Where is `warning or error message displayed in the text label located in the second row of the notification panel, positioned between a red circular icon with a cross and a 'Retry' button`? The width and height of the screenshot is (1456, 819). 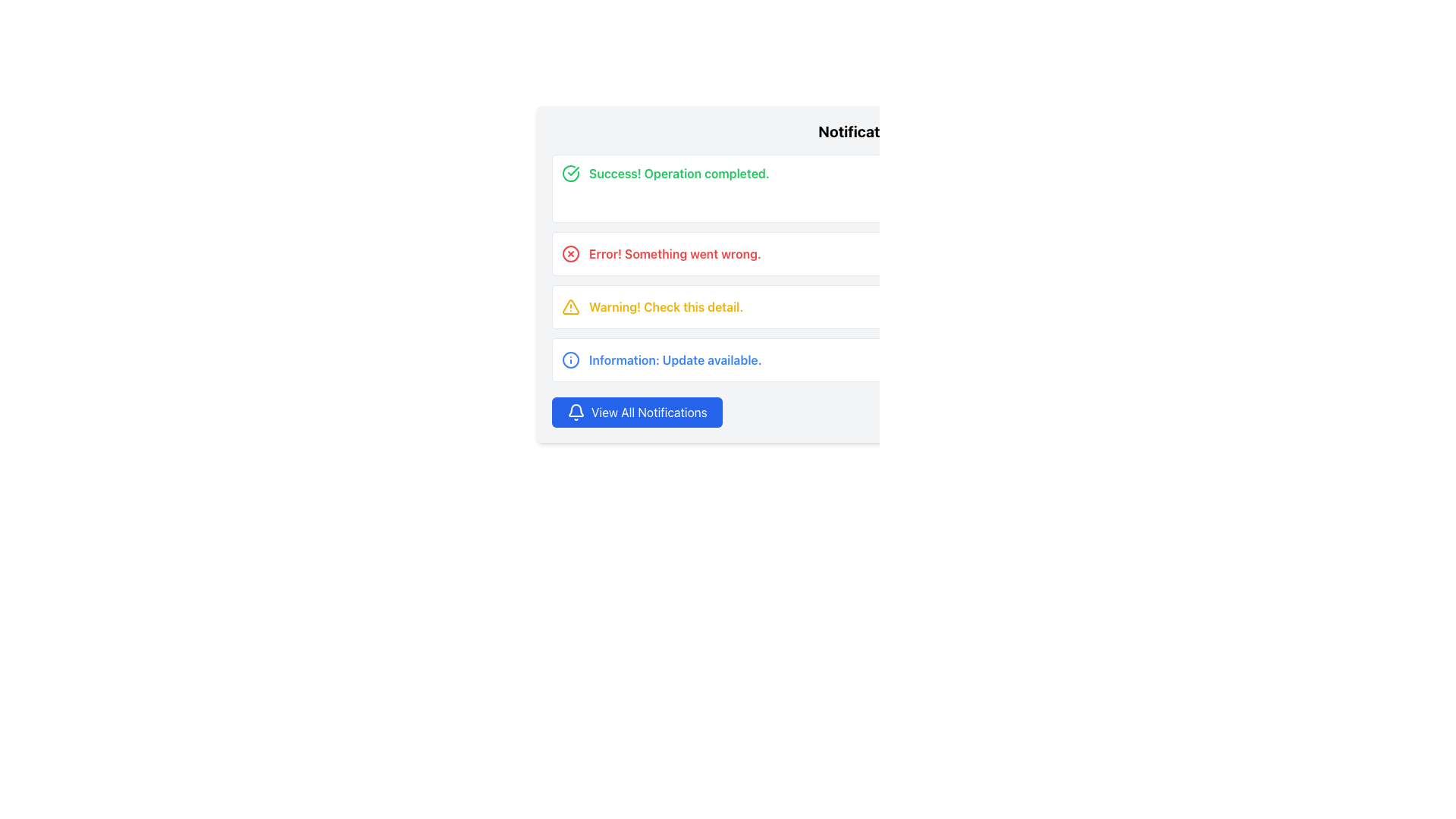 warning or error message displayed in the text label located in the second row of the notification panel, positioned between a red circular icon with a cross and a 'Retry' button is located at coordinates (674, 253).